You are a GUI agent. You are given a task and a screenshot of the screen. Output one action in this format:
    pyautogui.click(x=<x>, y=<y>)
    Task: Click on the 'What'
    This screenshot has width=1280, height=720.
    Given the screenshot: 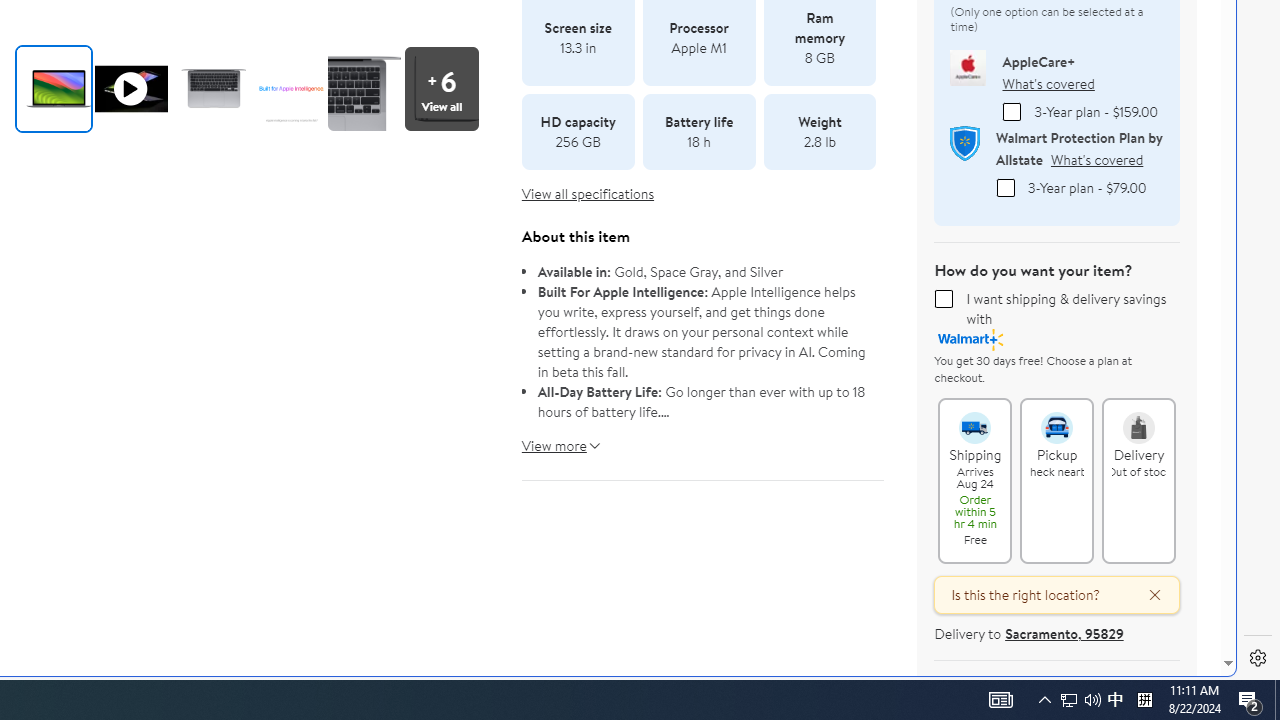 What is the action you would take?
    pyautogui.click(x=1047, y=82)
    